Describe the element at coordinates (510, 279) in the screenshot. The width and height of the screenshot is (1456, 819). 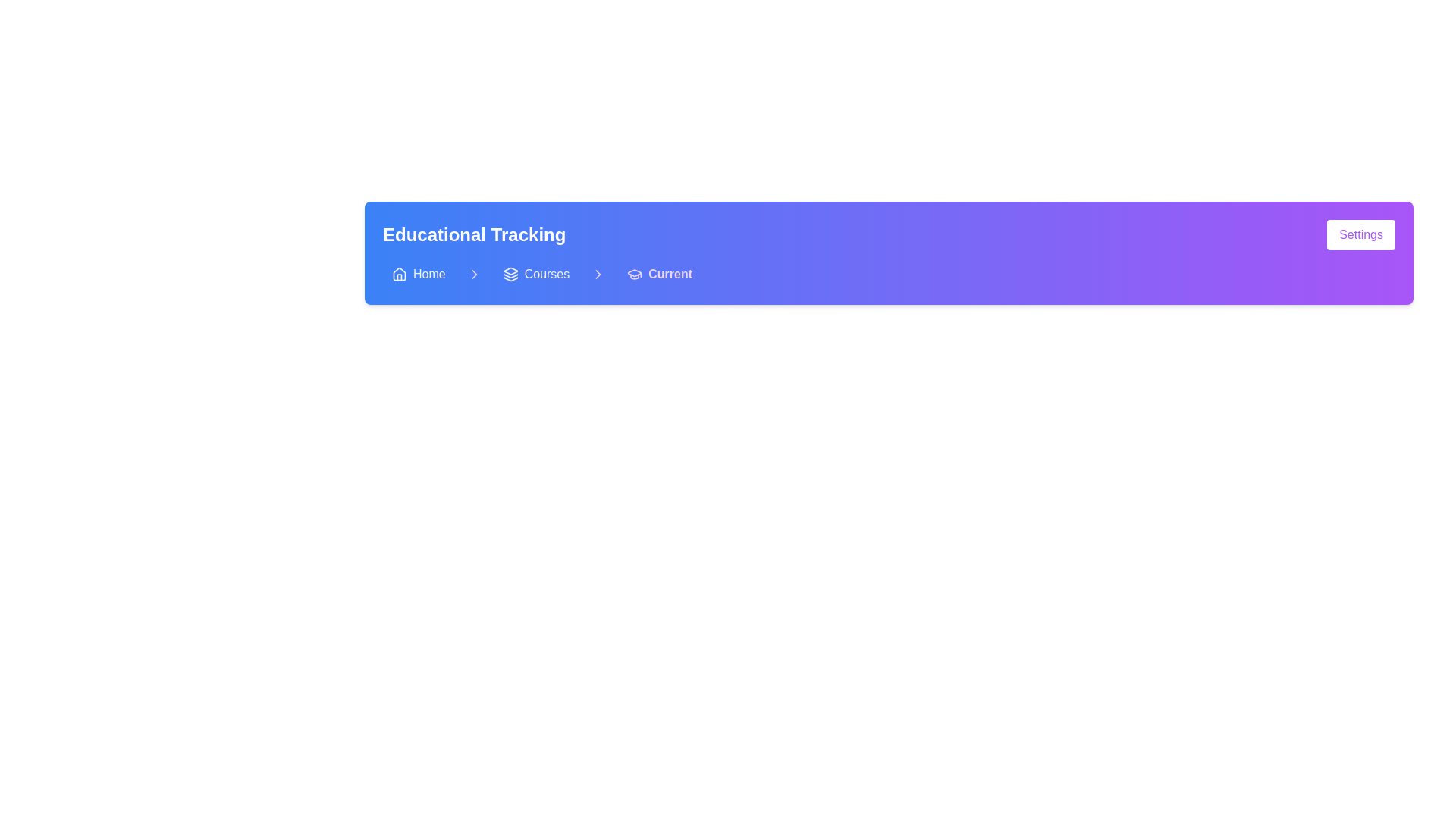
I see `the small triangular-shaped graphical element within the layers icon located in the breadcrumb navigation system, positioned between the 'Courses' and 'Current' markers` at that location.